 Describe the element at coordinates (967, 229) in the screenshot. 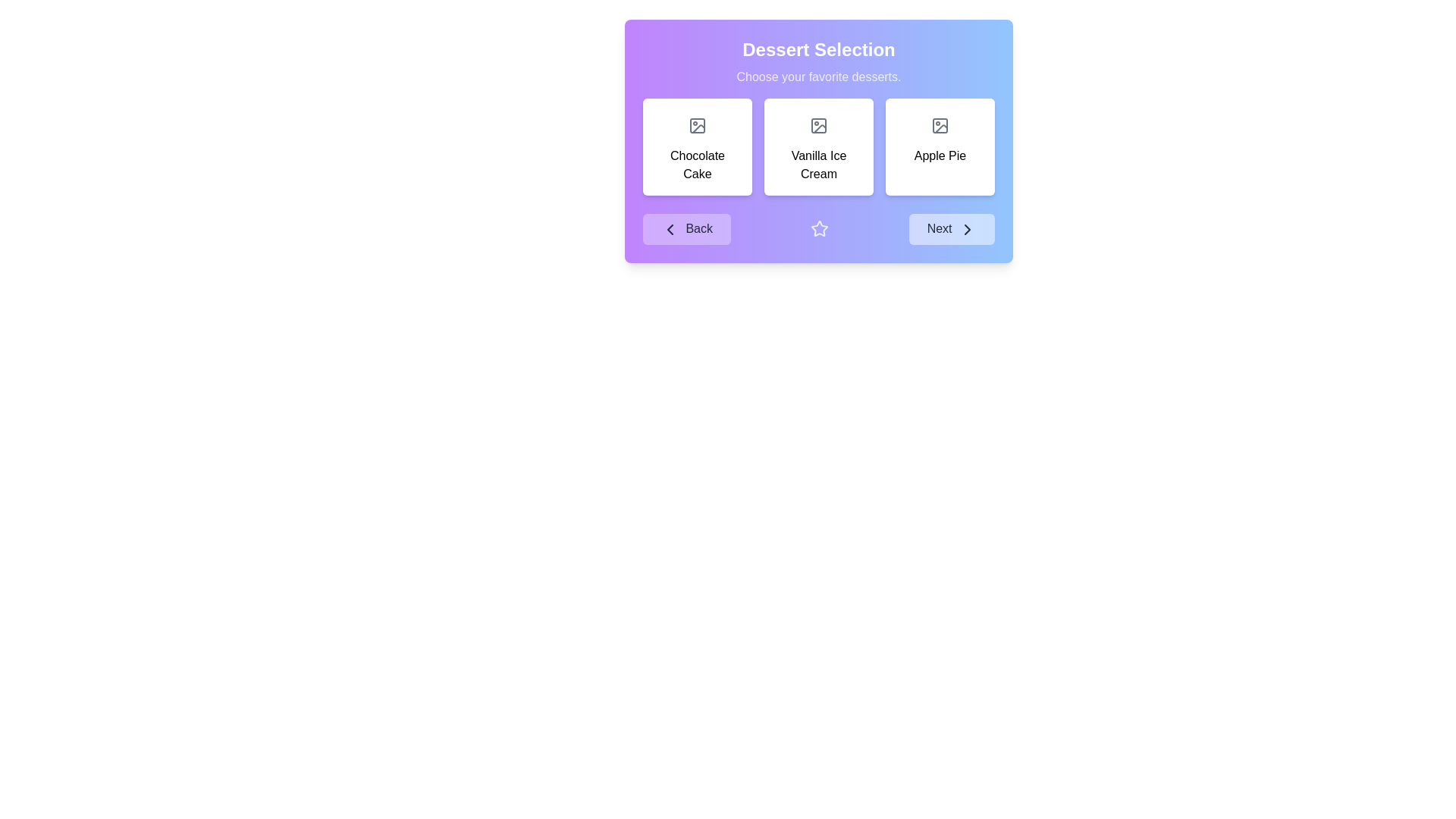

I see `the rightward arrow icon located adjacent to the 'Next' label` at that location.